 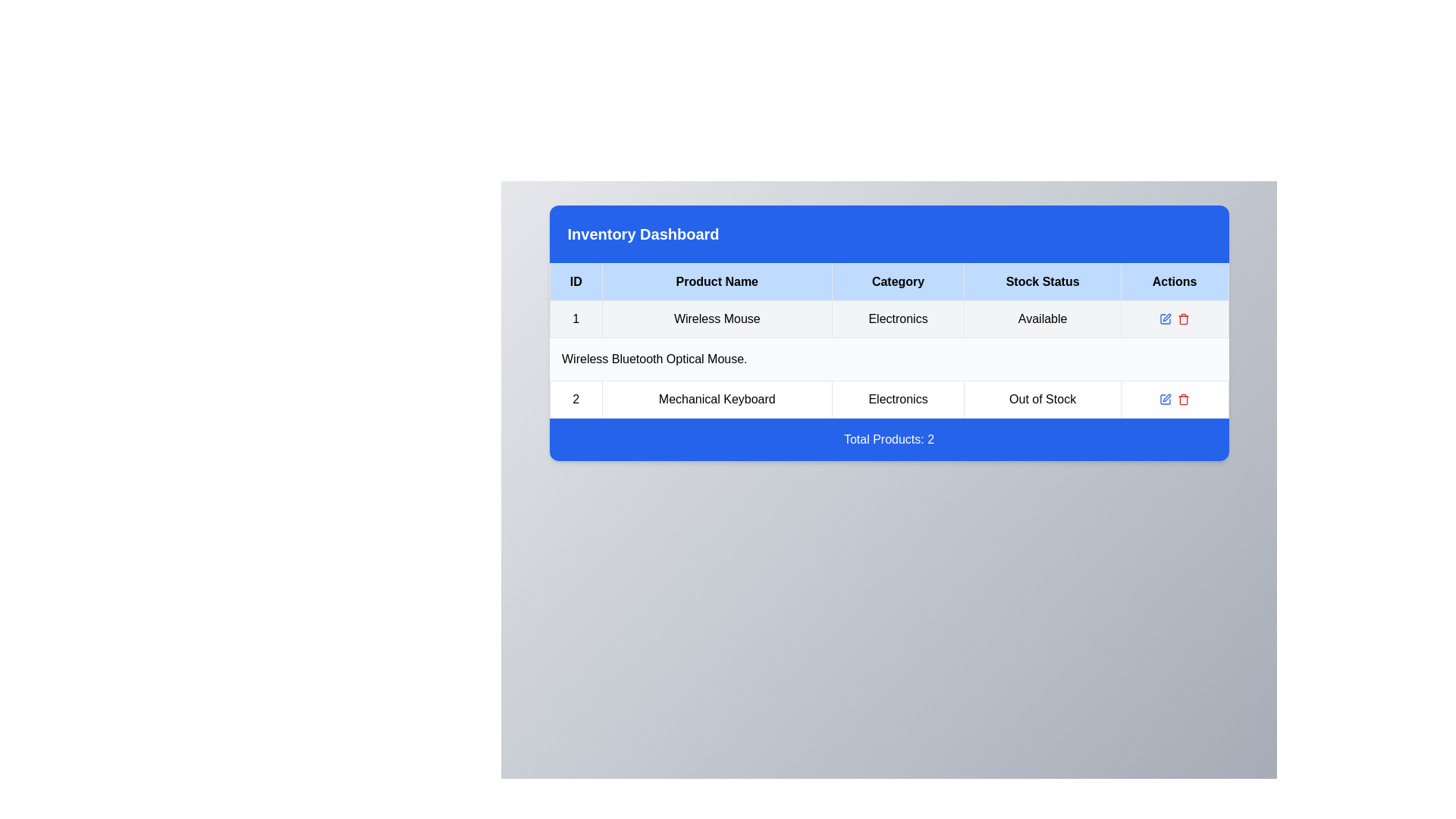 What do you see at coordinates (1042, 399) in the screenshot?
I see `the 'Out of Stock' label indicating the unavailability of the Mechanical Keyboard product, located in the Stock Status column` at bounding box center [1042, 399].